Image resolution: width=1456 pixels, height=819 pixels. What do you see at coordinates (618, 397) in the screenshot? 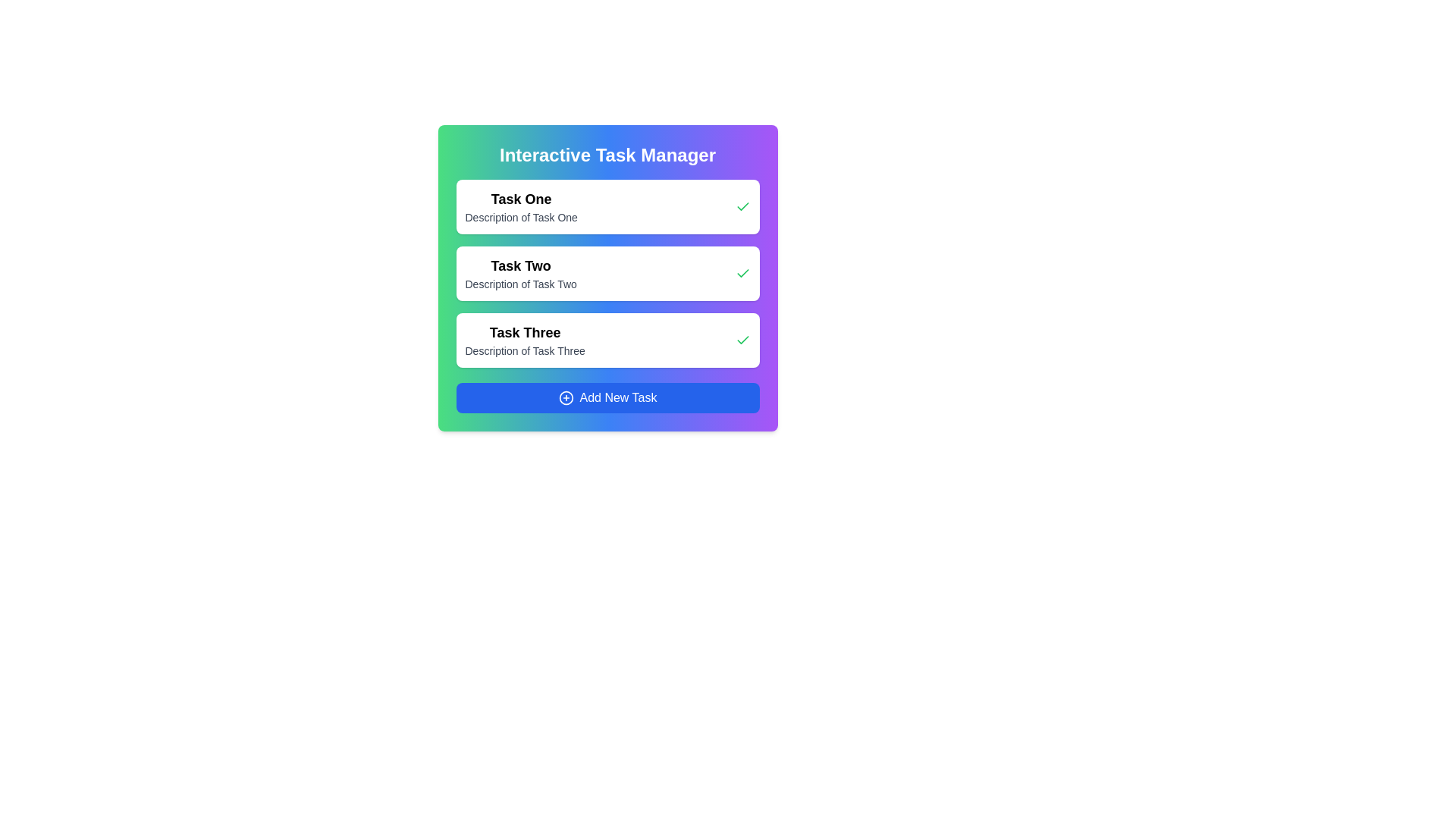
I see `the text label within the button that indicates its purpose to add a new task` at bounding box center [618, 397].